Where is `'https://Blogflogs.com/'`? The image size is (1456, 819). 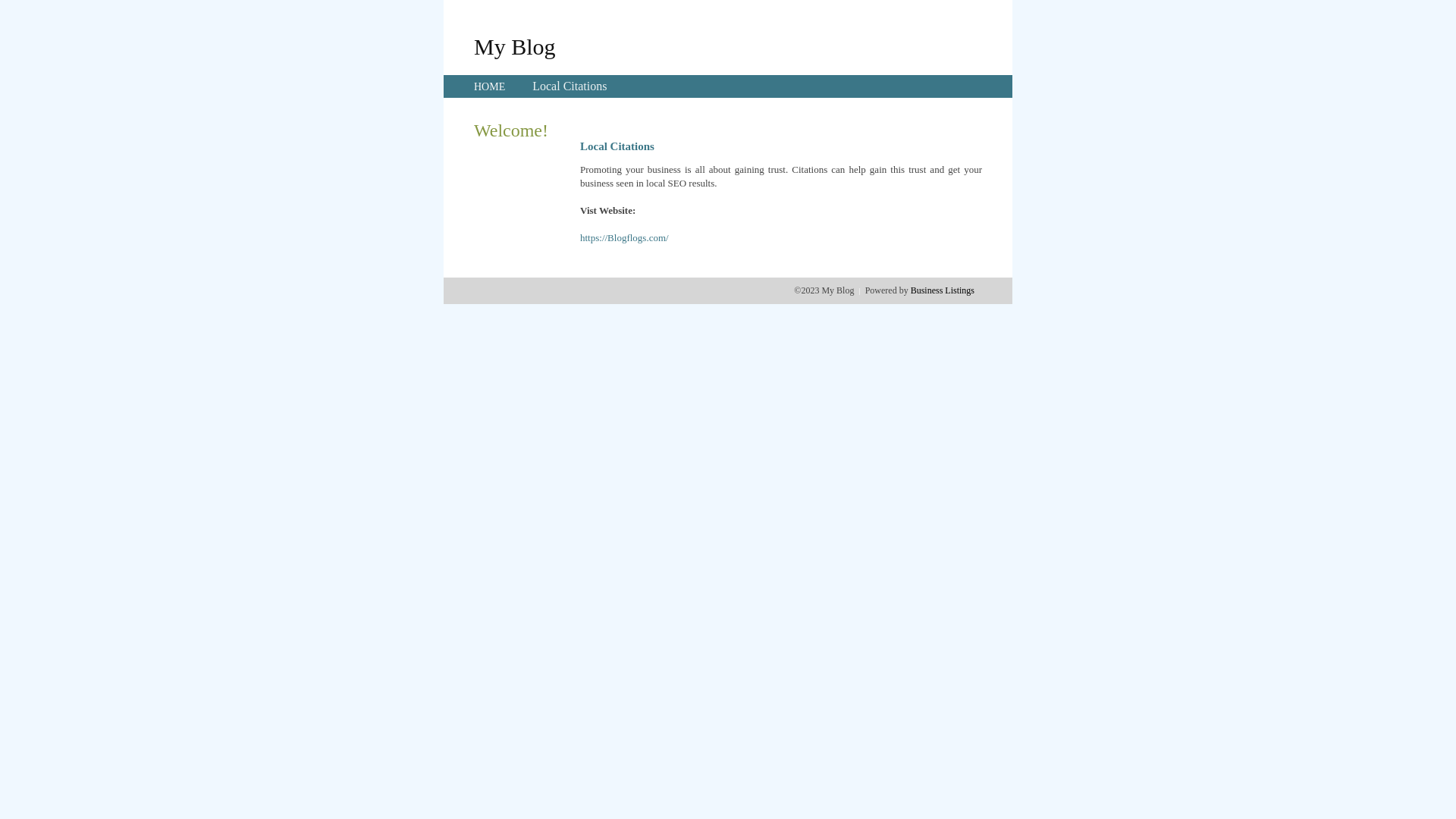
'https://Blogflogs.com/' is located at coordinates (579, 237).